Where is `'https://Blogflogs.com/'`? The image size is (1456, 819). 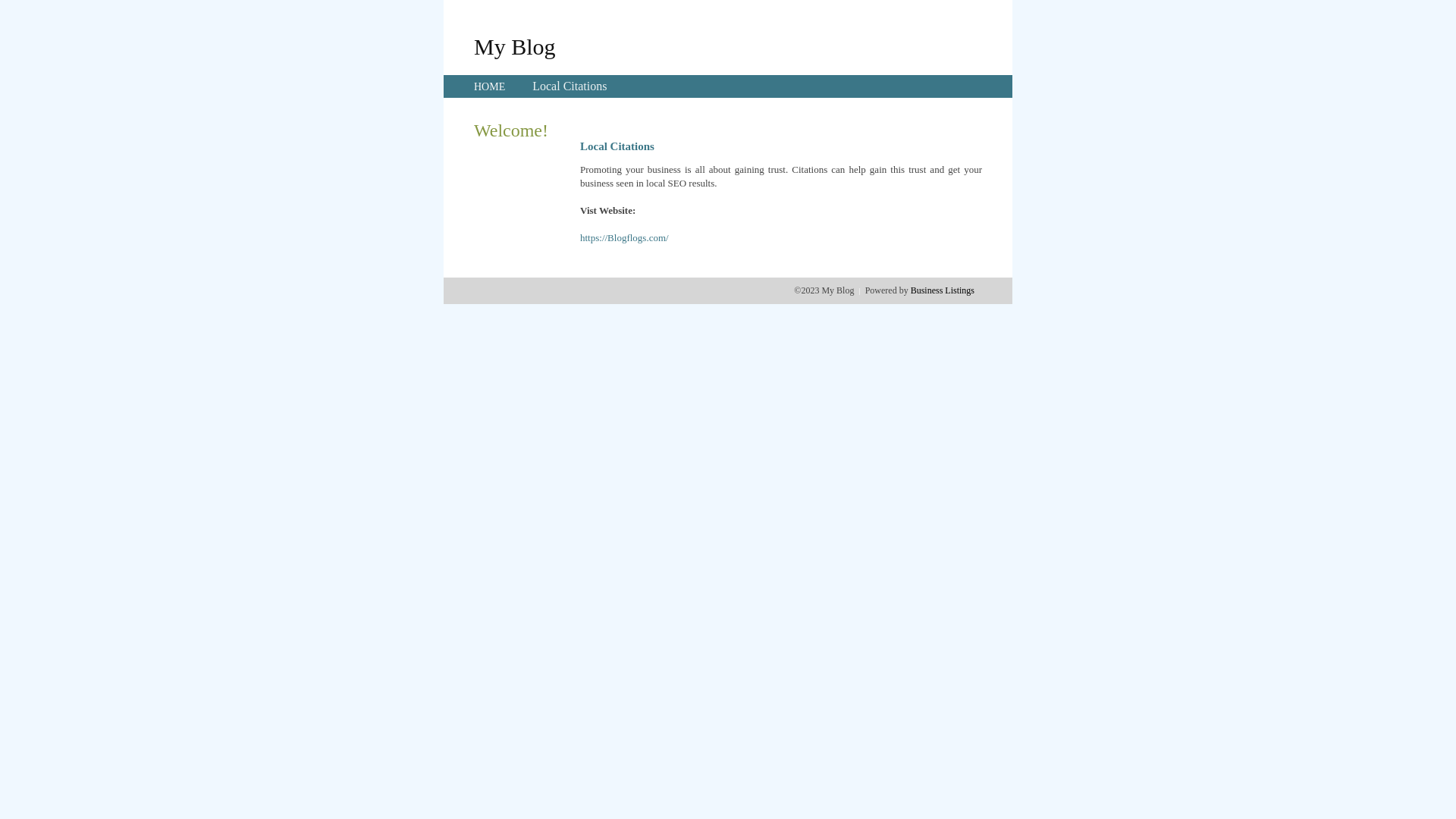
'https://Blogflogs.com/' is located at coordinates (579, 237).